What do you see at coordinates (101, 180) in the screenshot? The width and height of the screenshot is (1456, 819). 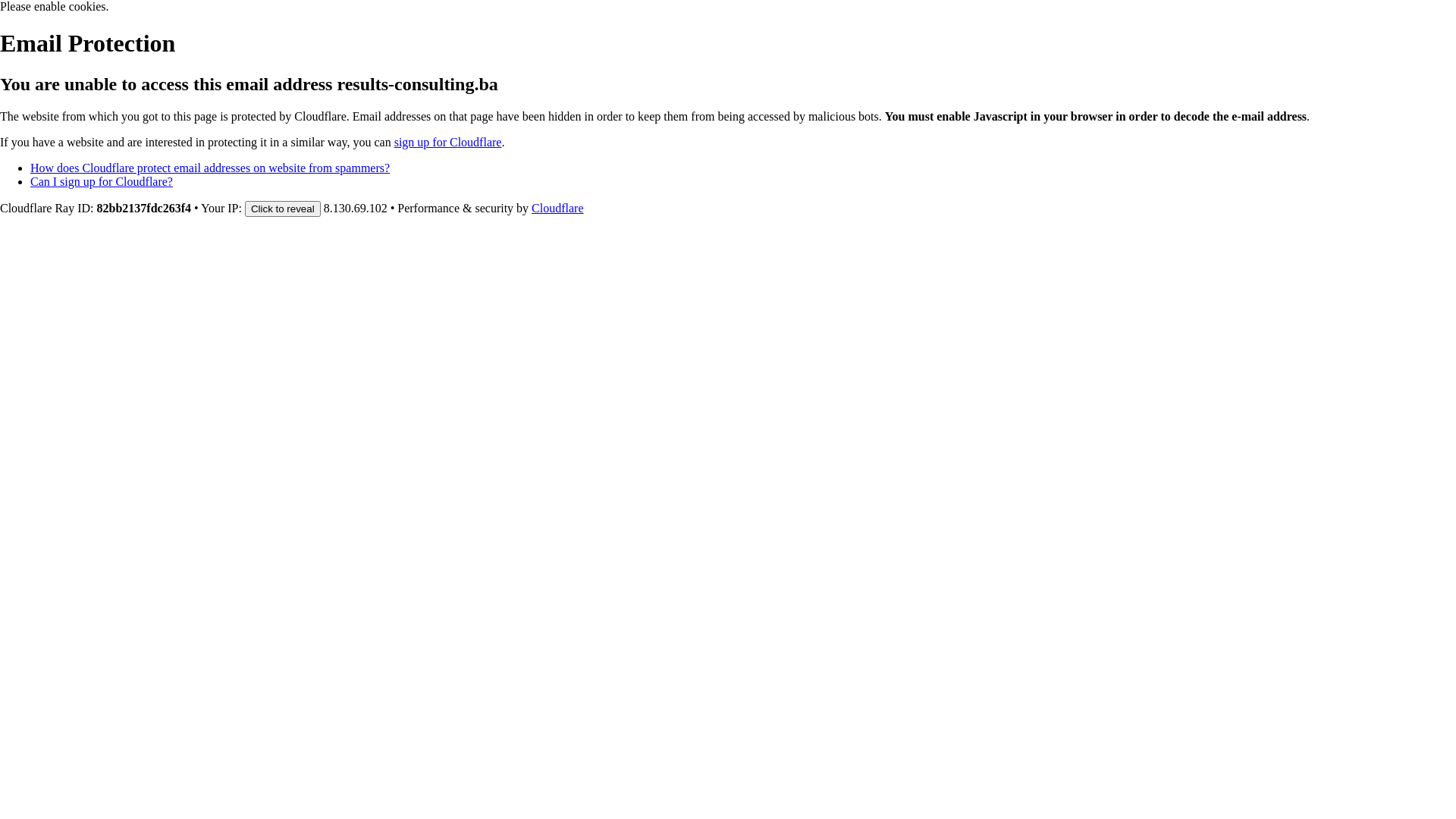 I see `'Can I sign up for Cloudflare?'` at bounding box center [101, 180].